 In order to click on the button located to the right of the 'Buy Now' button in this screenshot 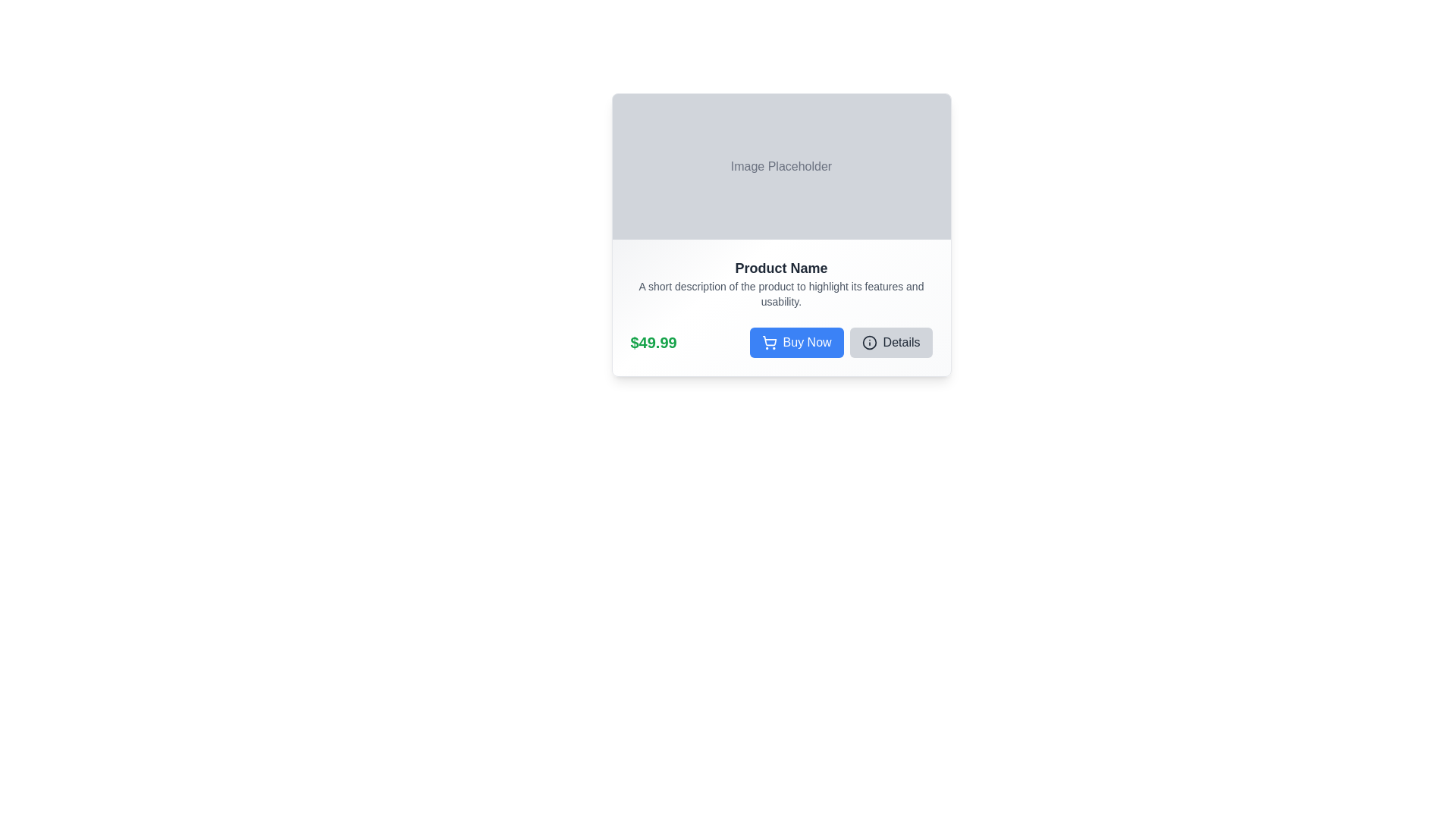, I will do `click(891, 342)`.